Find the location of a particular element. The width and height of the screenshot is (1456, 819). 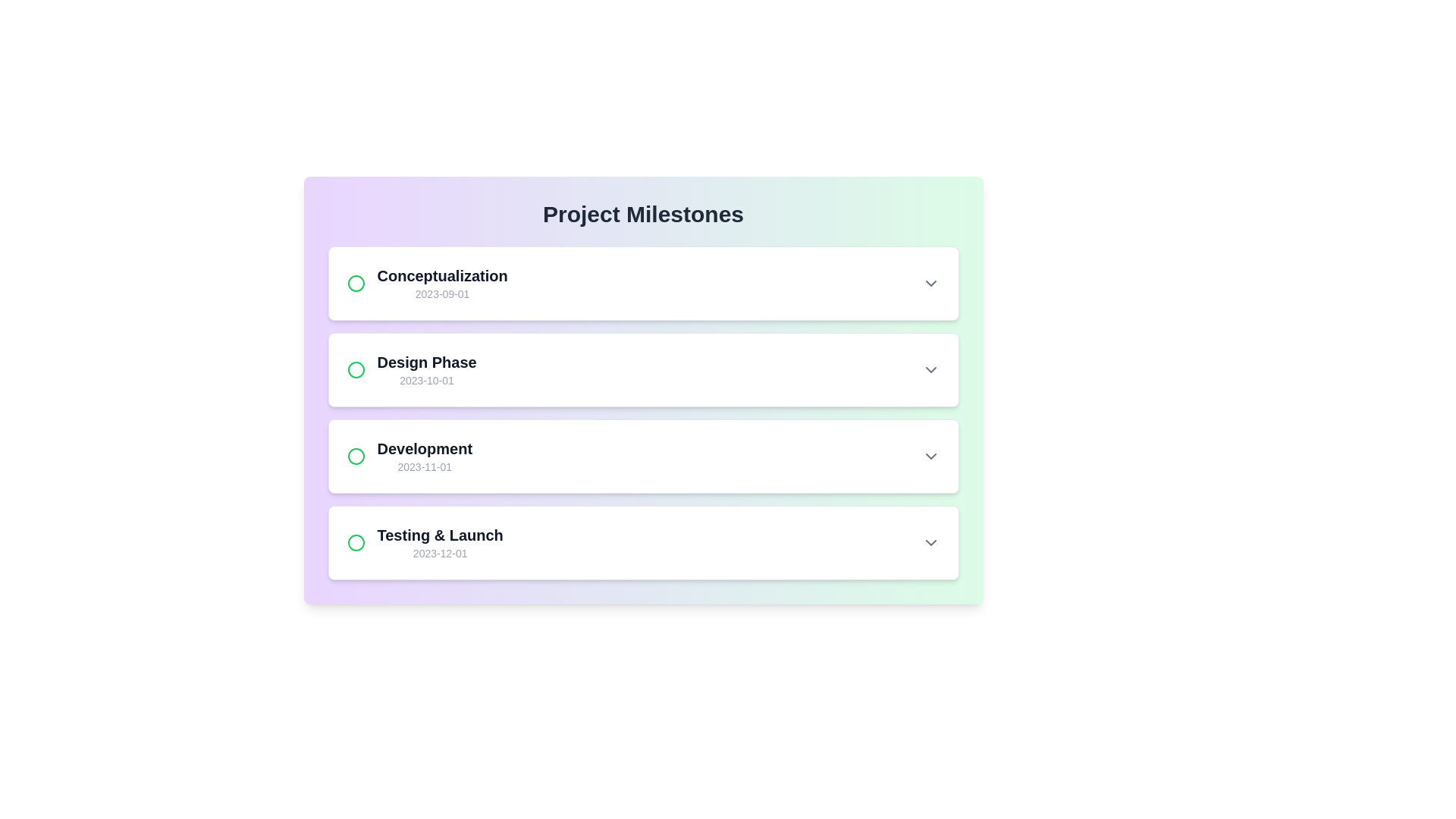

the toggle icon located to the right of the 'Conceptualization' milestone label is located at coordinates (930, 284).